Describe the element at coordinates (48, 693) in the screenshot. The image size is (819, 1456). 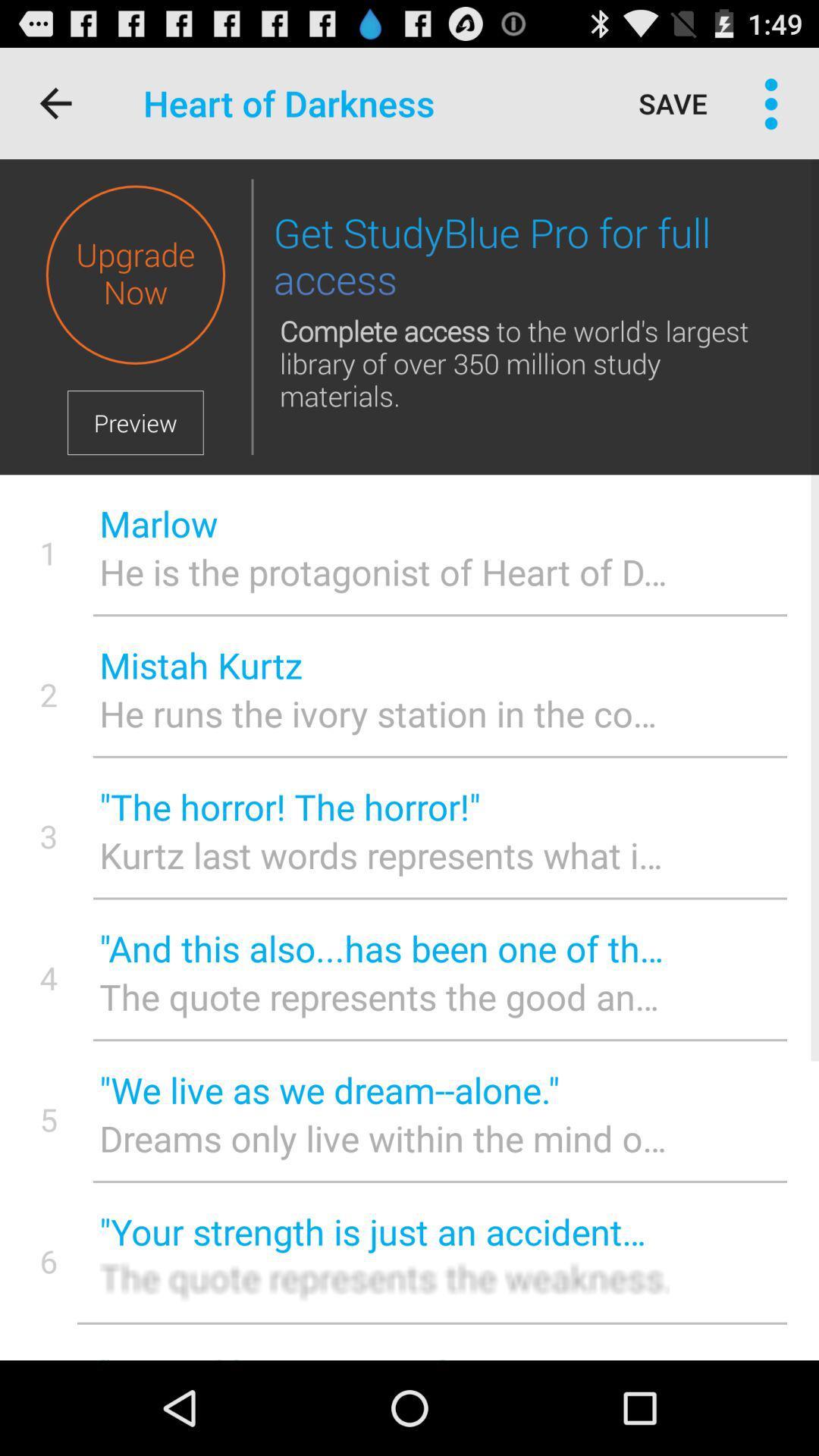
I see `2` at that location.